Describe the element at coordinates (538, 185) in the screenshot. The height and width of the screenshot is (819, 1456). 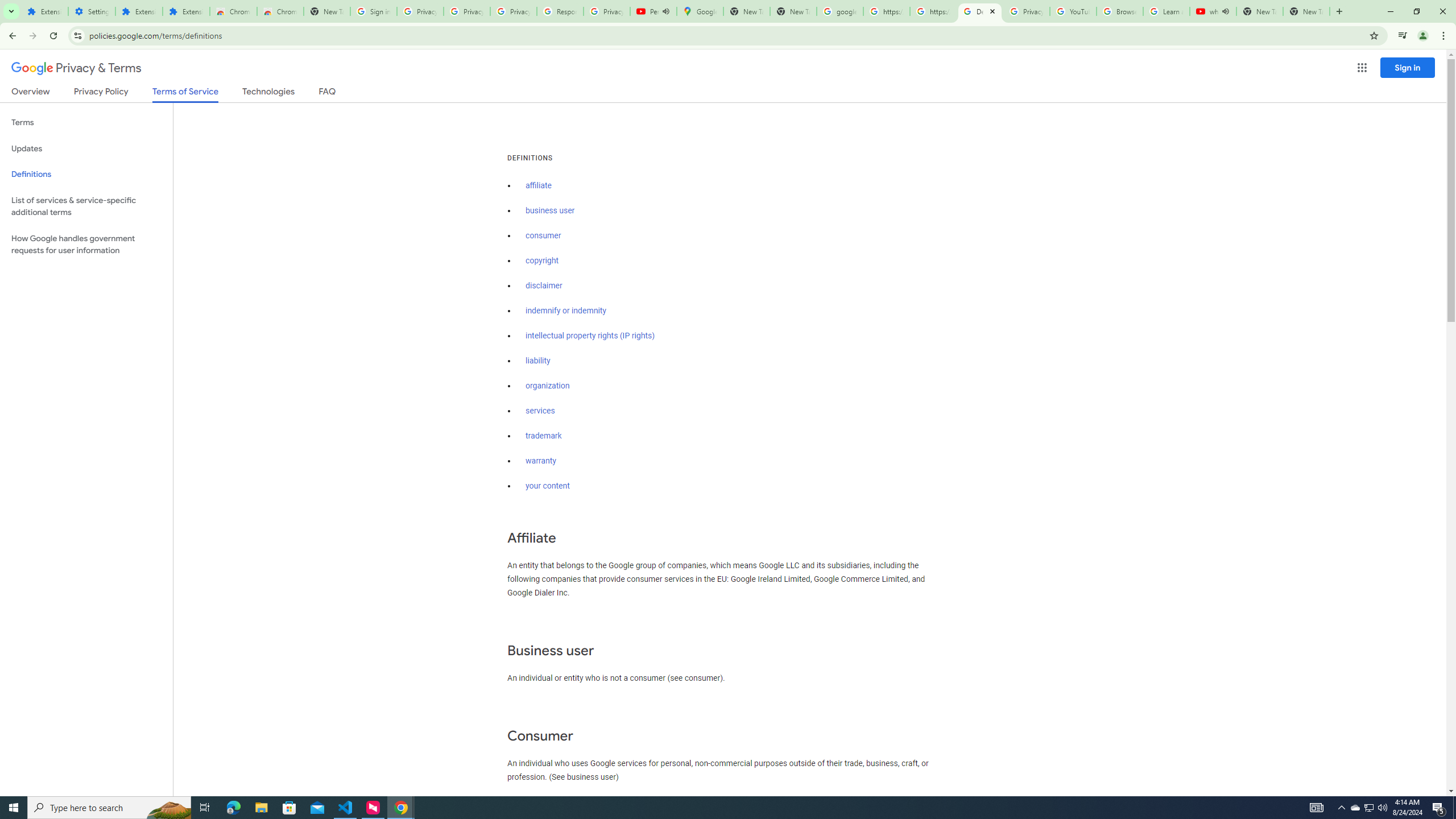
I see `'affiliate'` at that location.